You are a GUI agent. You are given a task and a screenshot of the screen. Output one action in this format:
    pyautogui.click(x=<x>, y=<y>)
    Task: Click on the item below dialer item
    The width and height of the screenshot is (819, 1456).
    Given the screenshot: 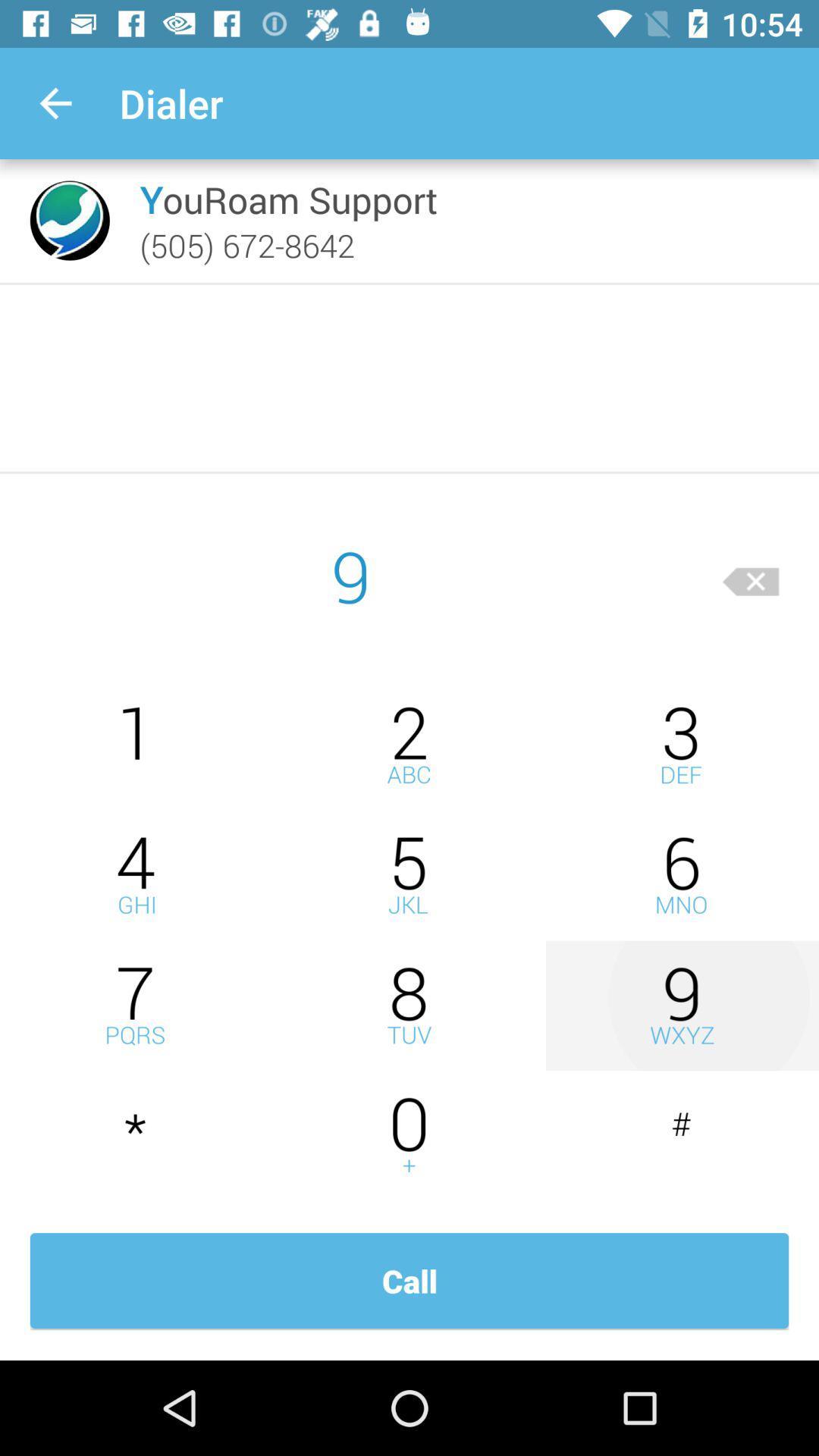 What is the action you would take?
    pyautogui.click(x=288, y=199)
    